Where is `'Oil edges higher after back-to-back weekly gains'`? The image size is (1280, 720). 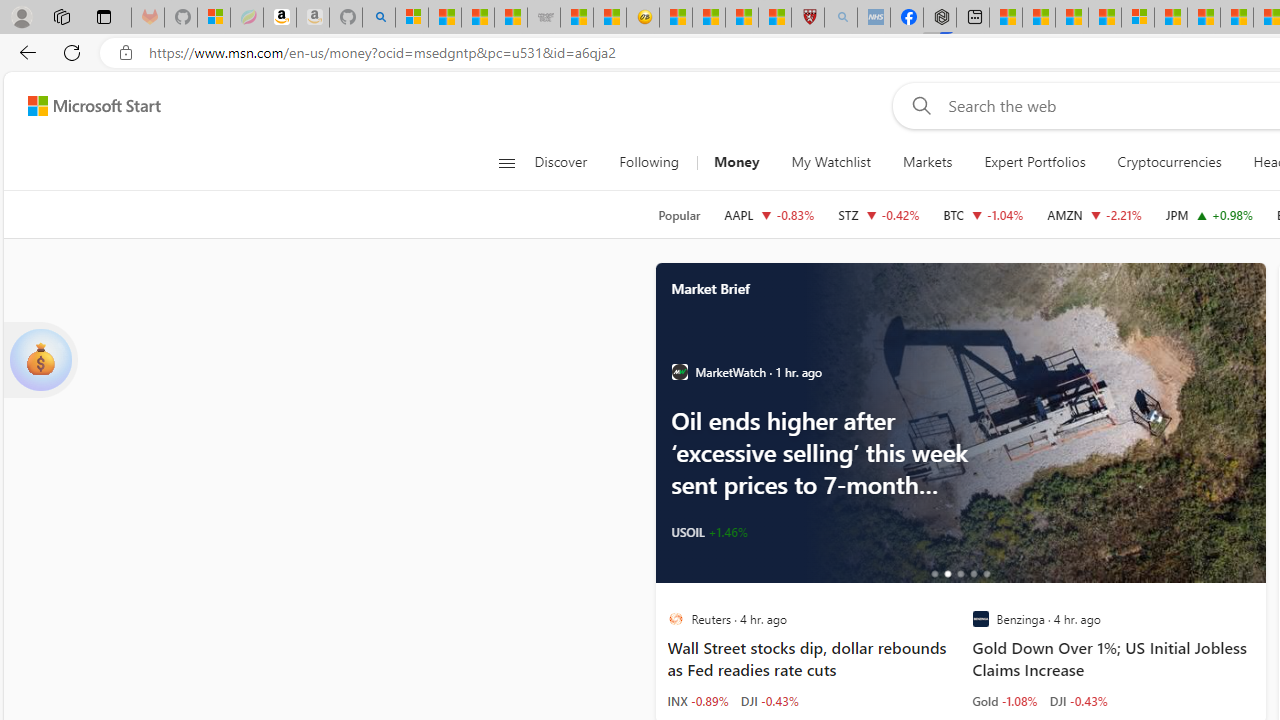
'Oil edges higher after back-to-back weekly gains' is located at coordinates (1031, 422).